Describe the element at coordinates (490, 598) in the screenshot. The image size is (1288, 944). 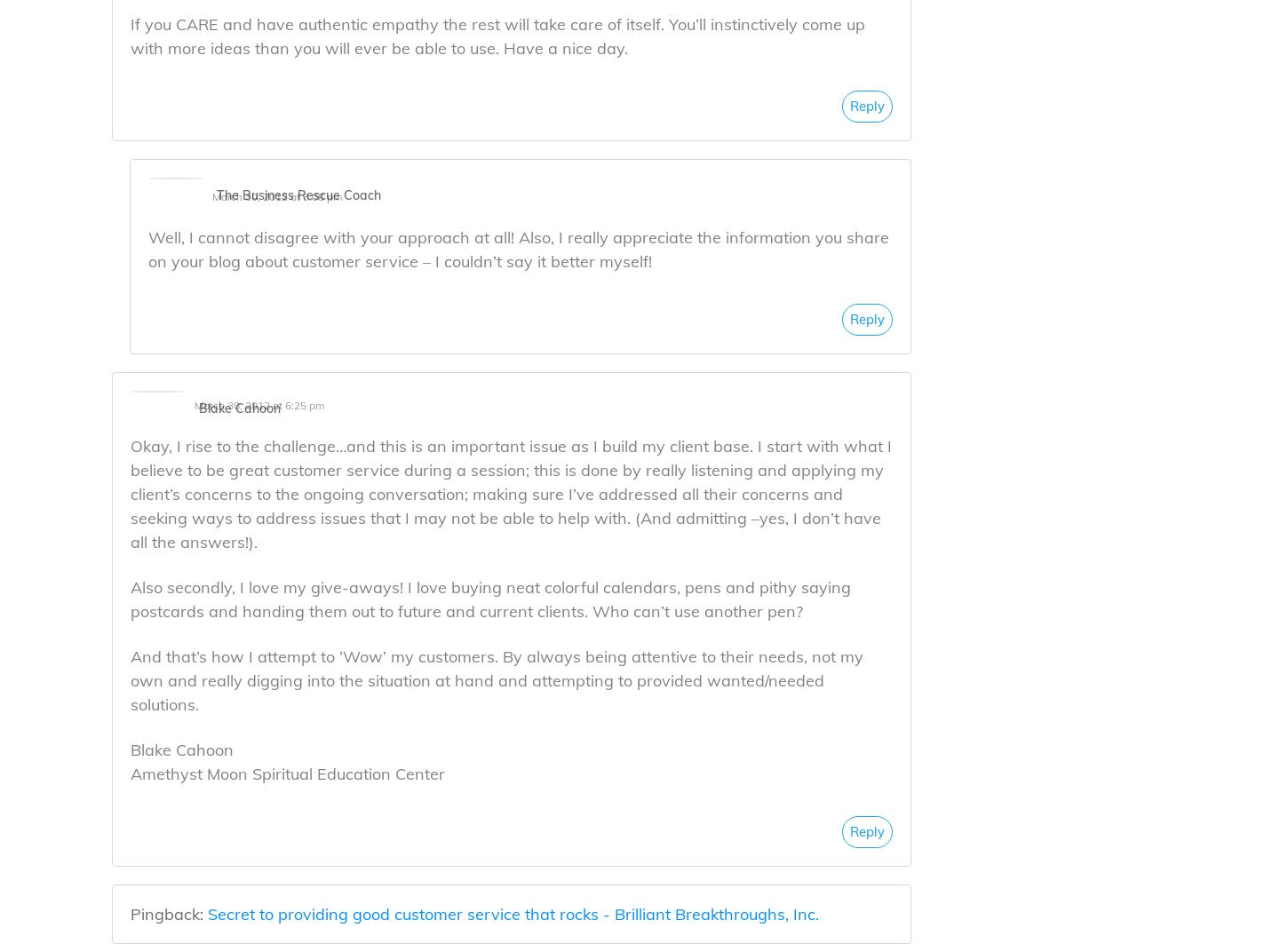
I see `'Also secondly, I love my give-aways!  I love buying neat colorful calendars, pens and pithy saying postcards and handing them out to future and current clients.  Who can’t use another pen?'` at that location.